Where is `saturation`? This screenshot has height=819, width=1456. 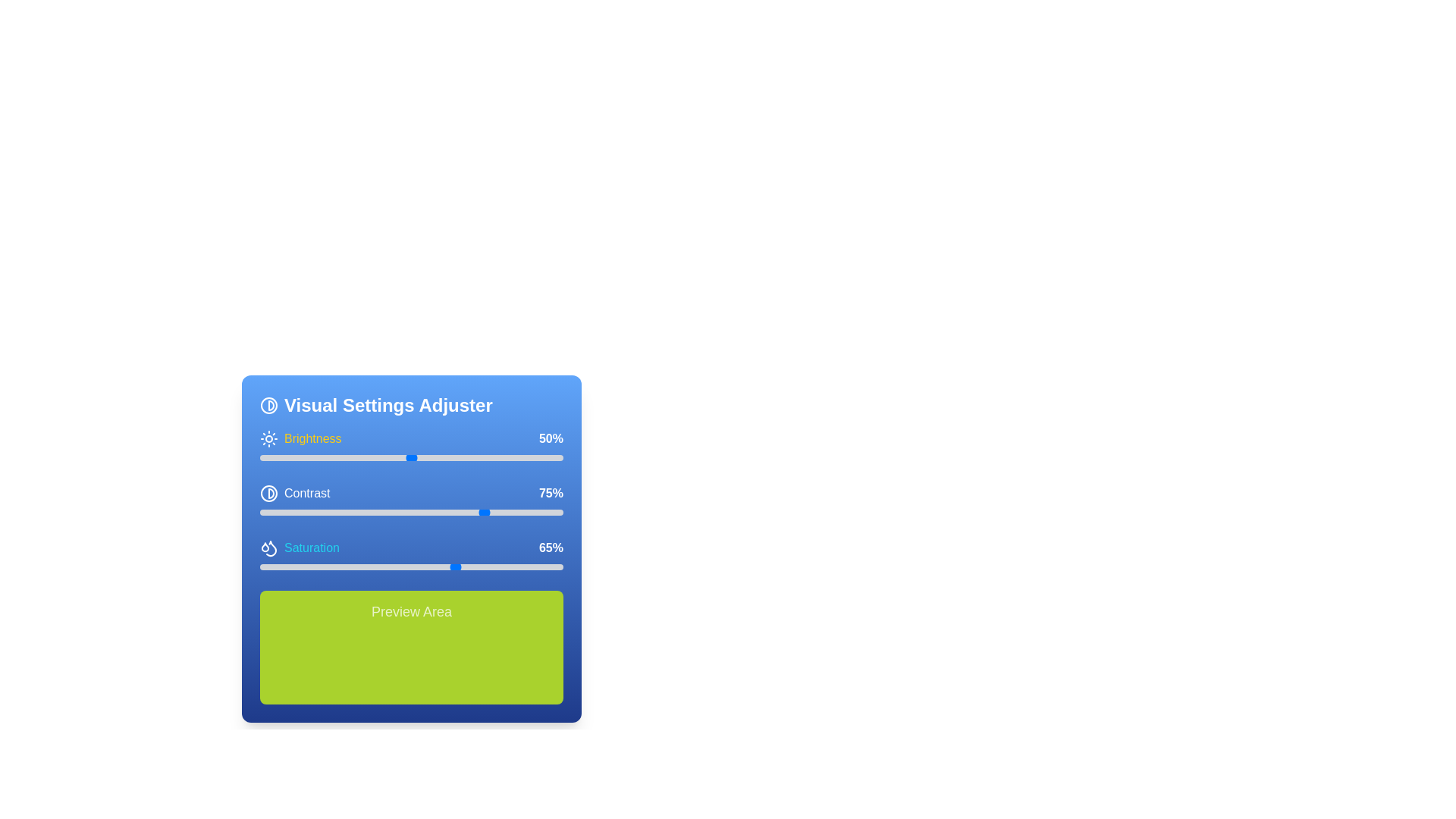 saturation is located at coordinates (550, 567).